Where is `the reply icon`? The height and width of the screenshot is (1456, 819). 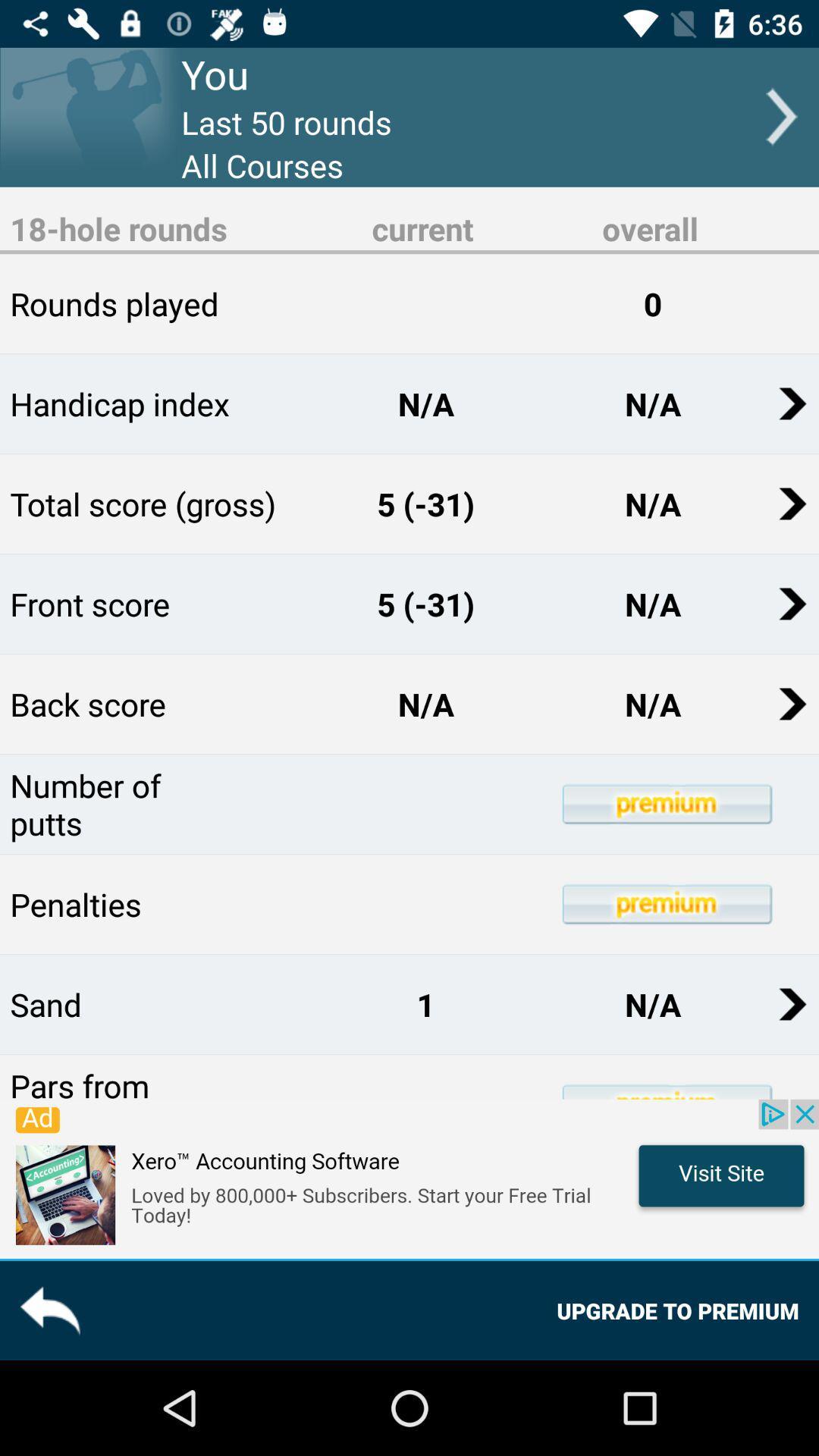
the reply icon is located at coordinates (49, 1310).